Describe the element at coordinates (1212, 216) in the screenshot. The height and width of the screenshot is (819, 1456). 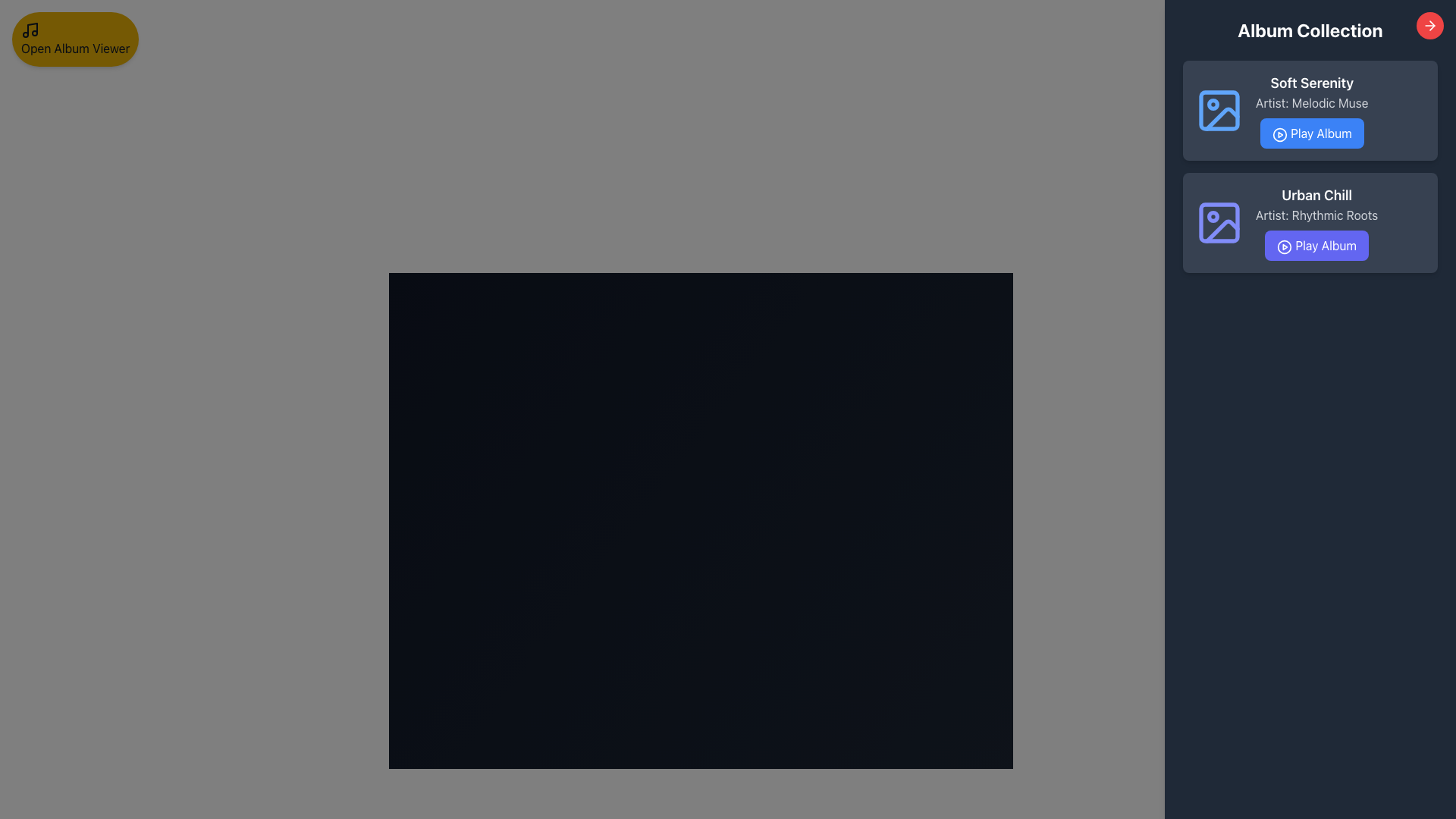
I see `the small circular dot located in the top-right part of the second album entry's icon` at that location.